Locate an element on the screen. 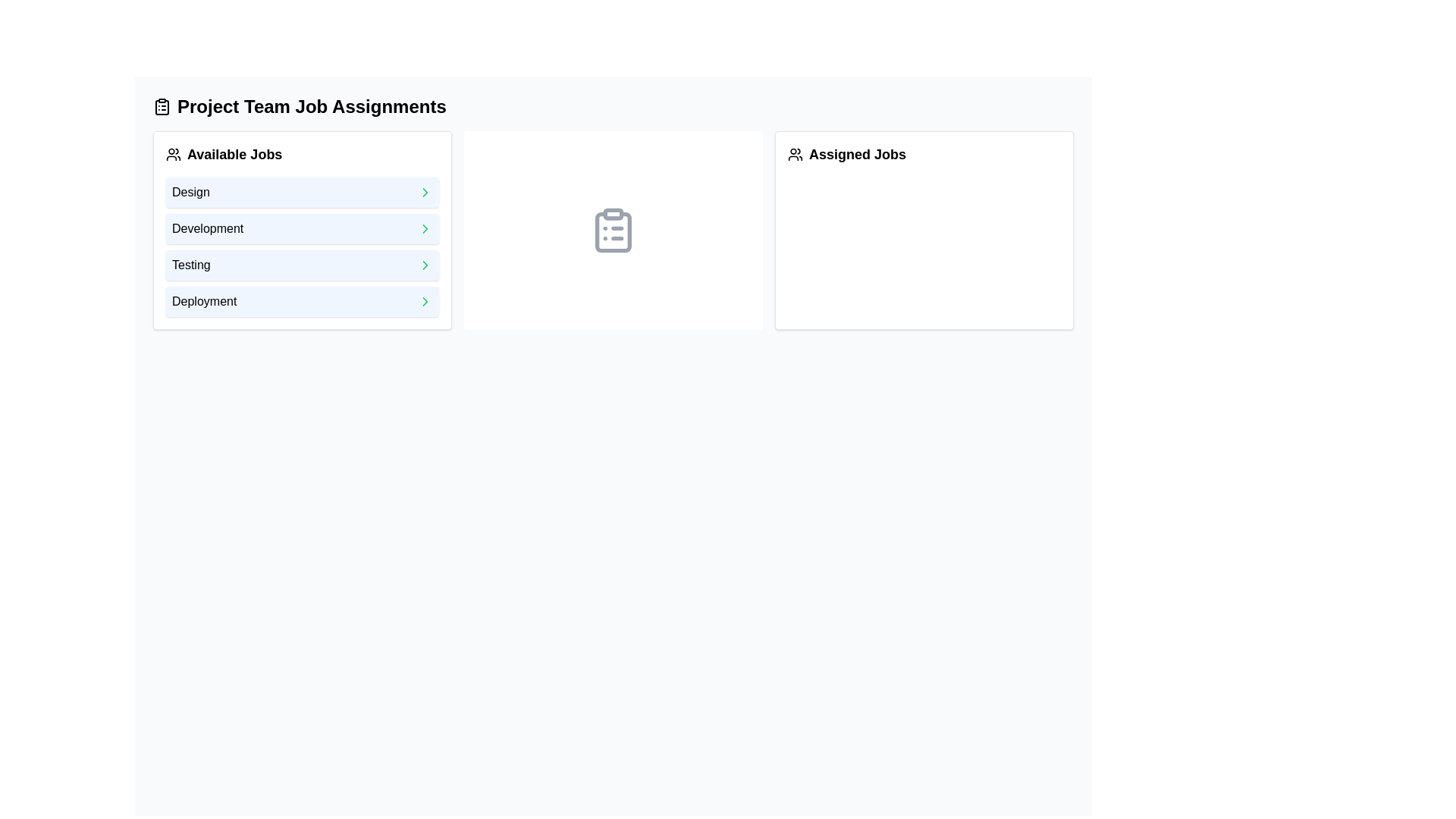 Image resolution: width=1456 pixels, height=819 pixels. the text label serving as the heading for job categories in the 'Available Jobs' section is located at coordinates (190, 192).